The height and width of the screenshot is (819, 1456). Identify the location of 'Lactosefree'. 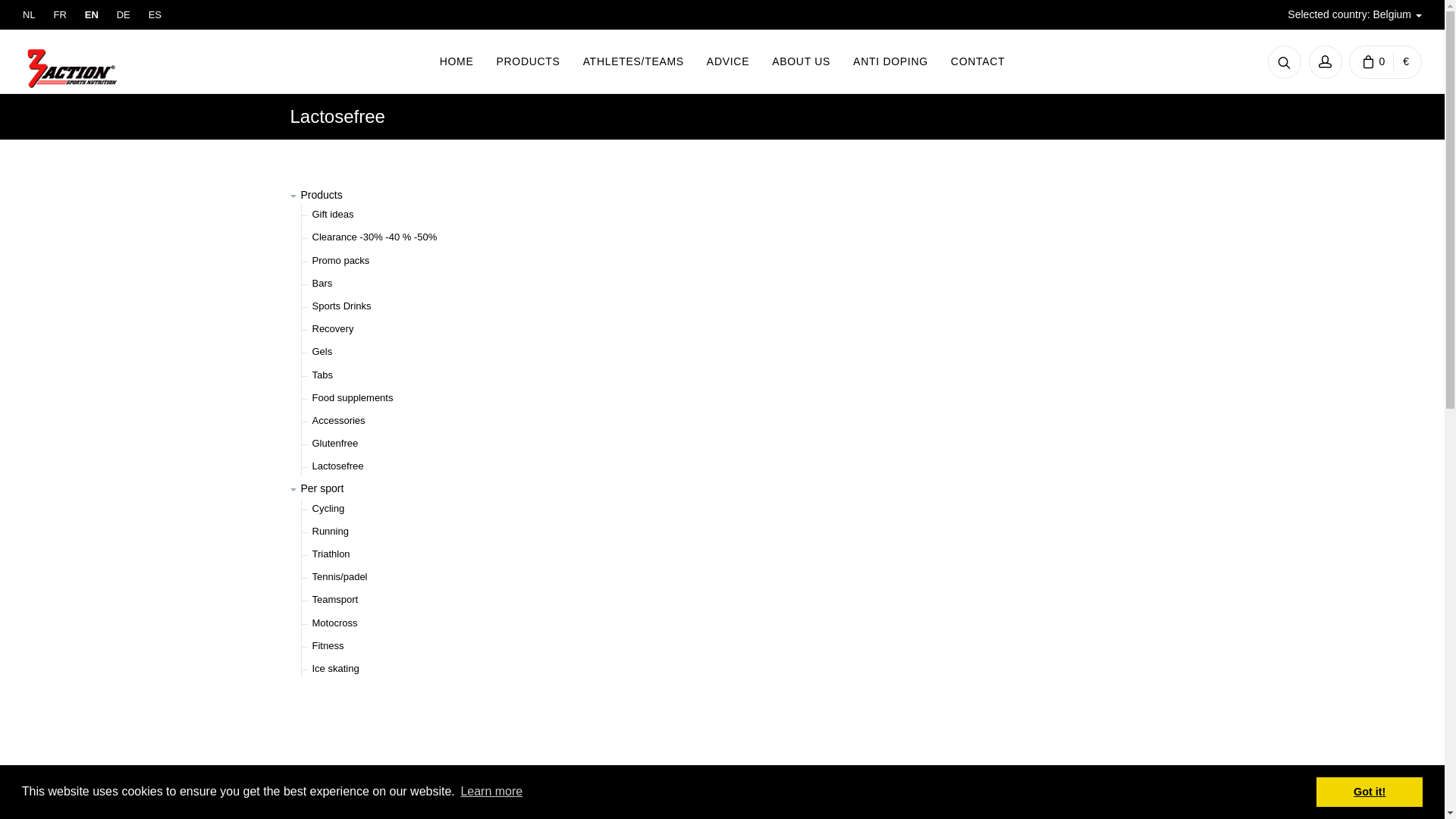
(337, 465).